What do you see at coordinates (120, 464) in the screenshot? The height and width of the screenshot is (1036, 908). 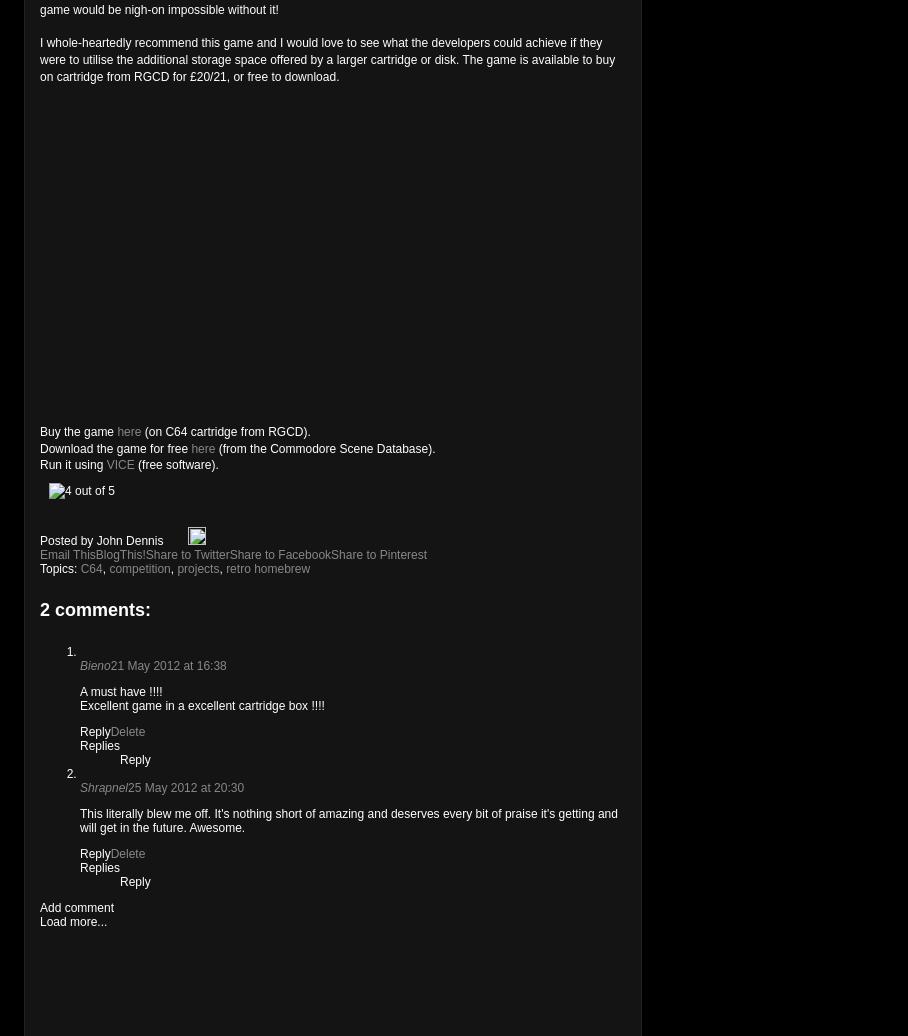 I see `'VICE'` at bounding box center [120, 464].